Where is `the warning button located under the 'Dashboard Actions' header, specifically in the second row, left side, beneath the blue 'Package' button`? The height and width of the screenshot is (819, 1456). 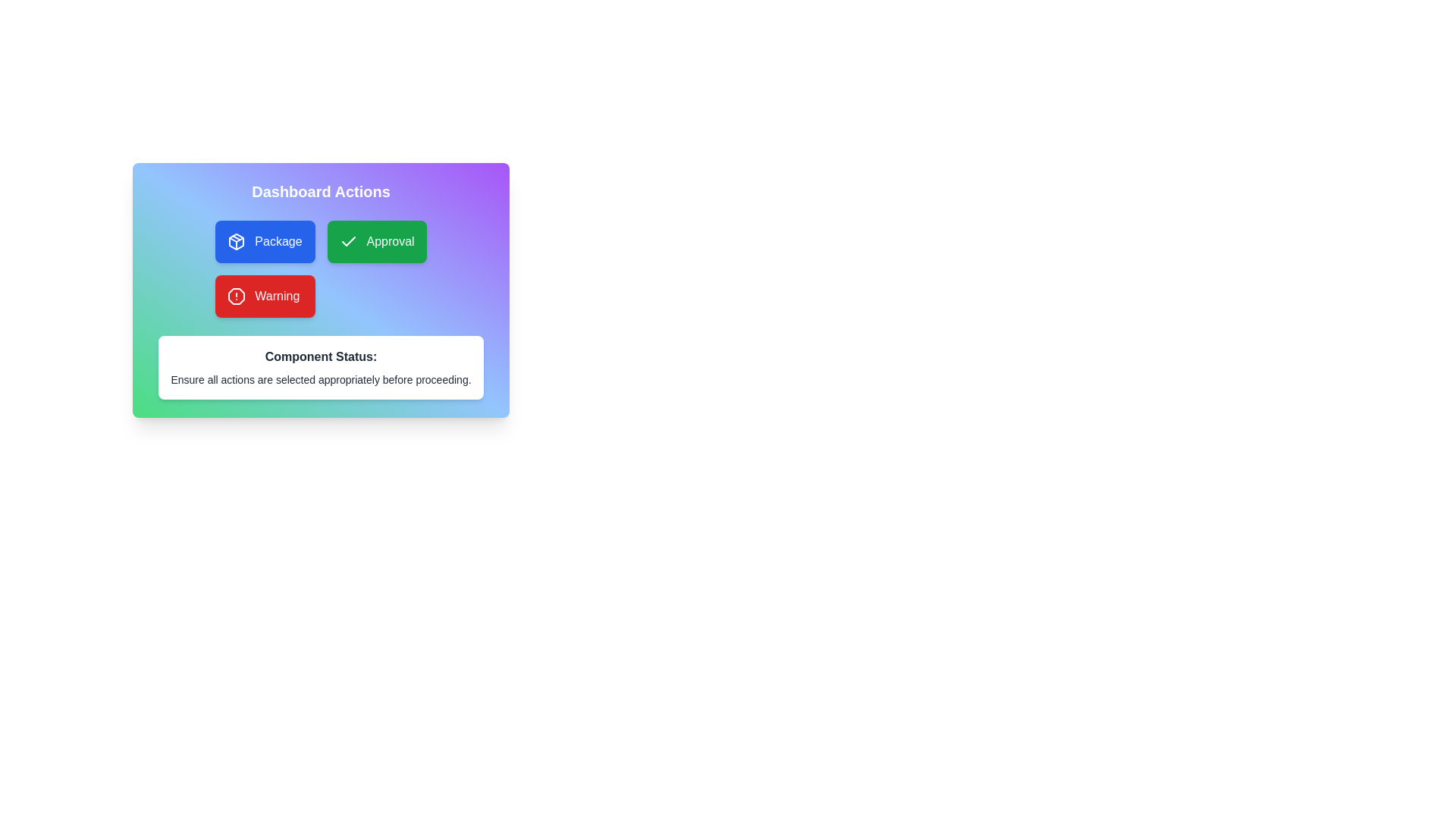 the warning button located under the 'Dashboard Actions' header, specifically in the second row, left side, beneath the blue 'Package' button is located at coordinates (265, 296).